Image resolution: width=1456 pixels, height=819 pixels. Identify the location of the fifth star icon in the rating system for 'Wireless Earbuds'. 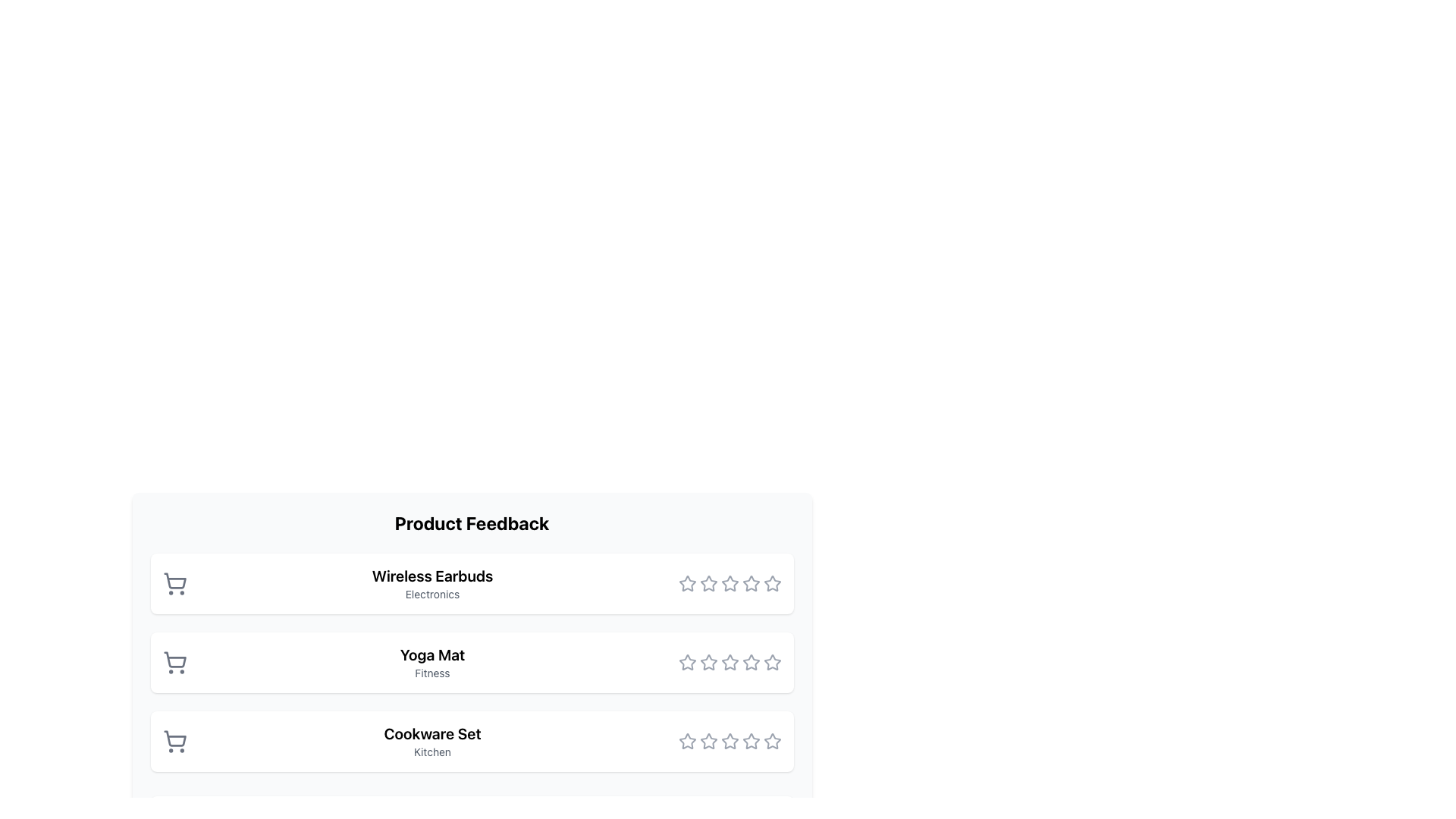
(772, 583).